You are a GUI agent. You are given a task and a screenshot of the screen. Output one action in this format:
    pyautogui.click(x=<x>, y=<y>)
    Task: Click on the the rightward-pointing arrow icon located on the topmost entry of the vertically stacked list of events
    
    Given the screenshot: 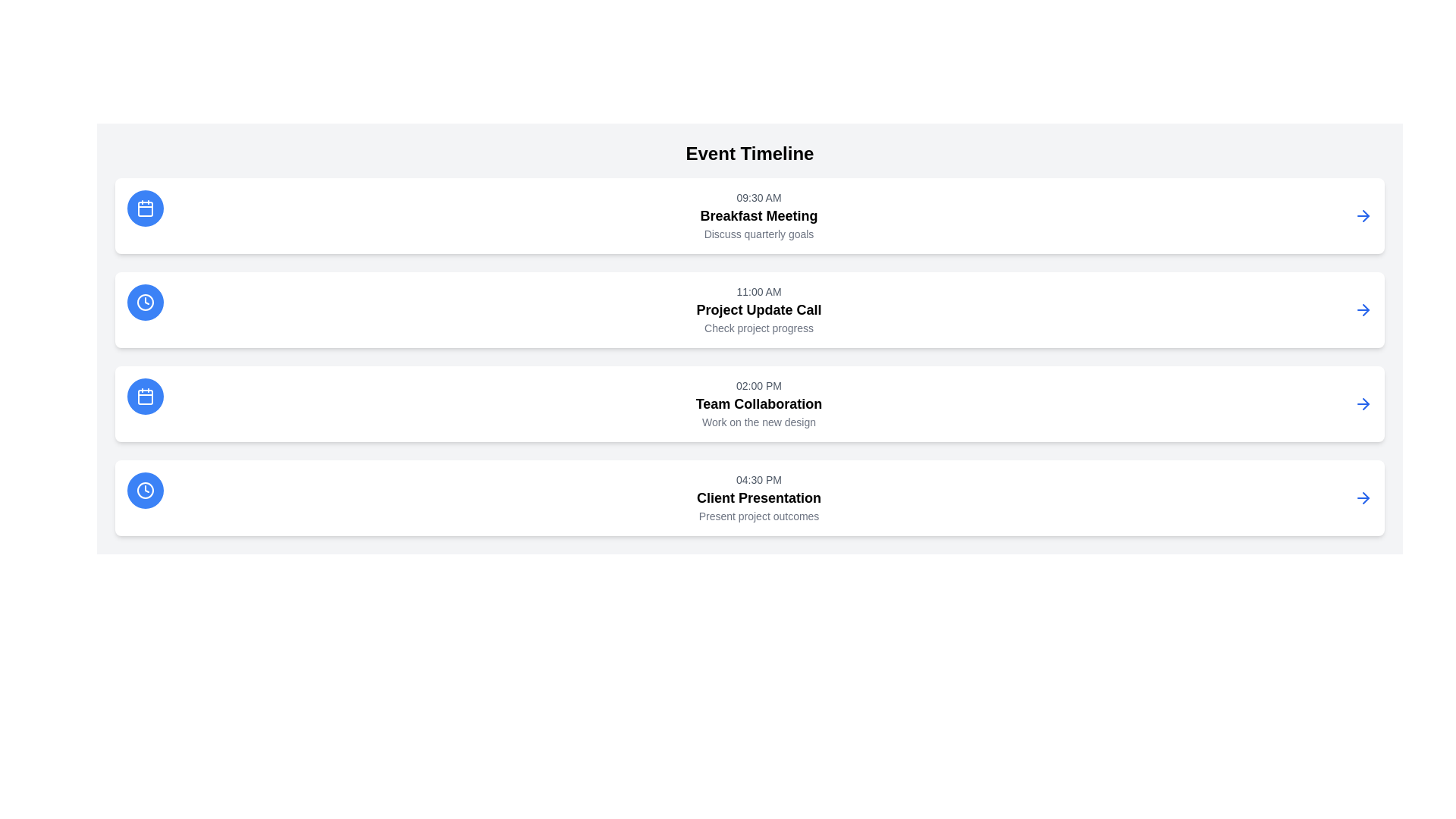 What is the action you would take?
    pyautogui.click(x=1363, y=216)
    